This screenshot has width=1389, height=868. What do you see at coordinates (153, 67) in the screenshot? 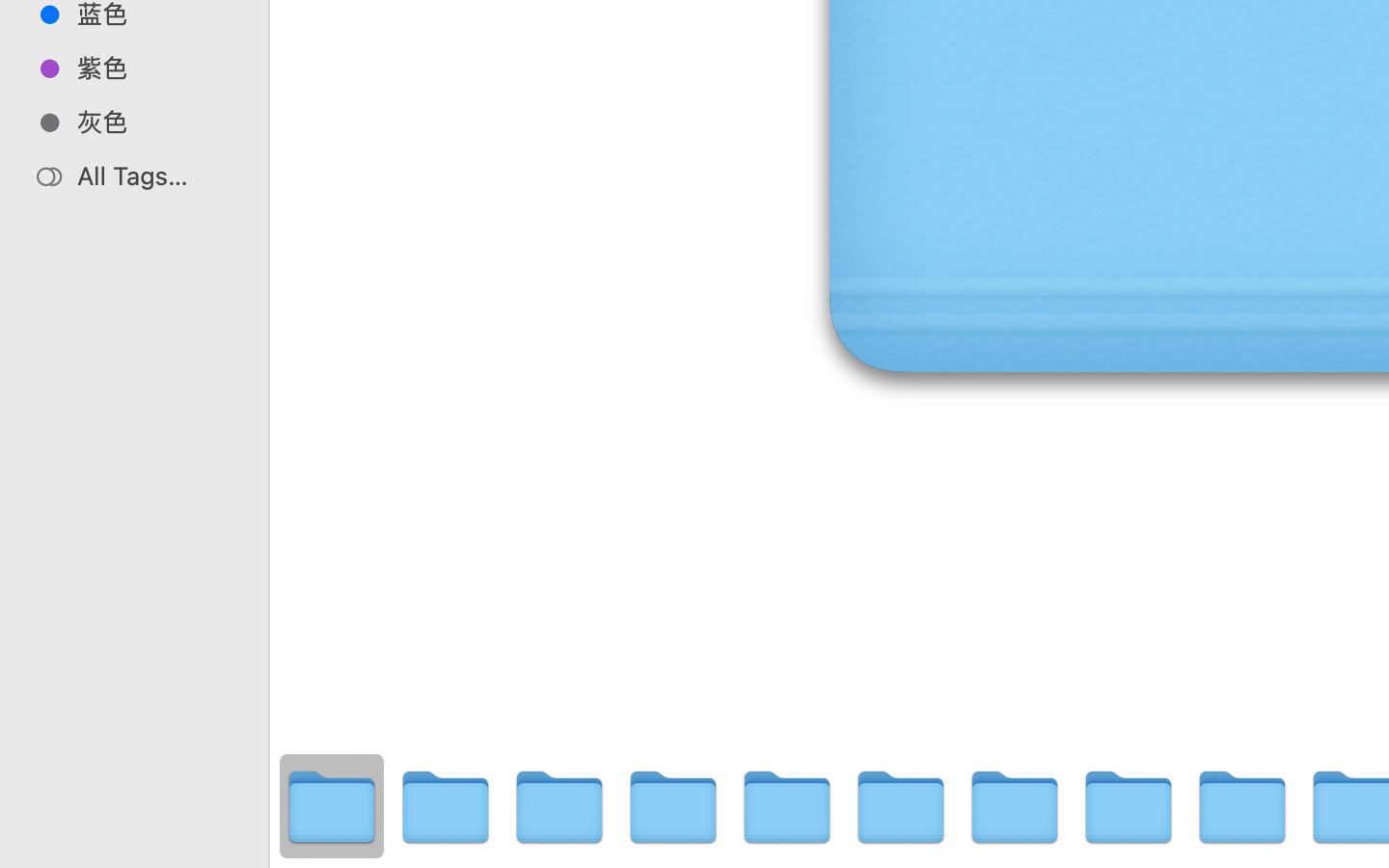
I see `'紫色'` at bounding box center [153, 67].